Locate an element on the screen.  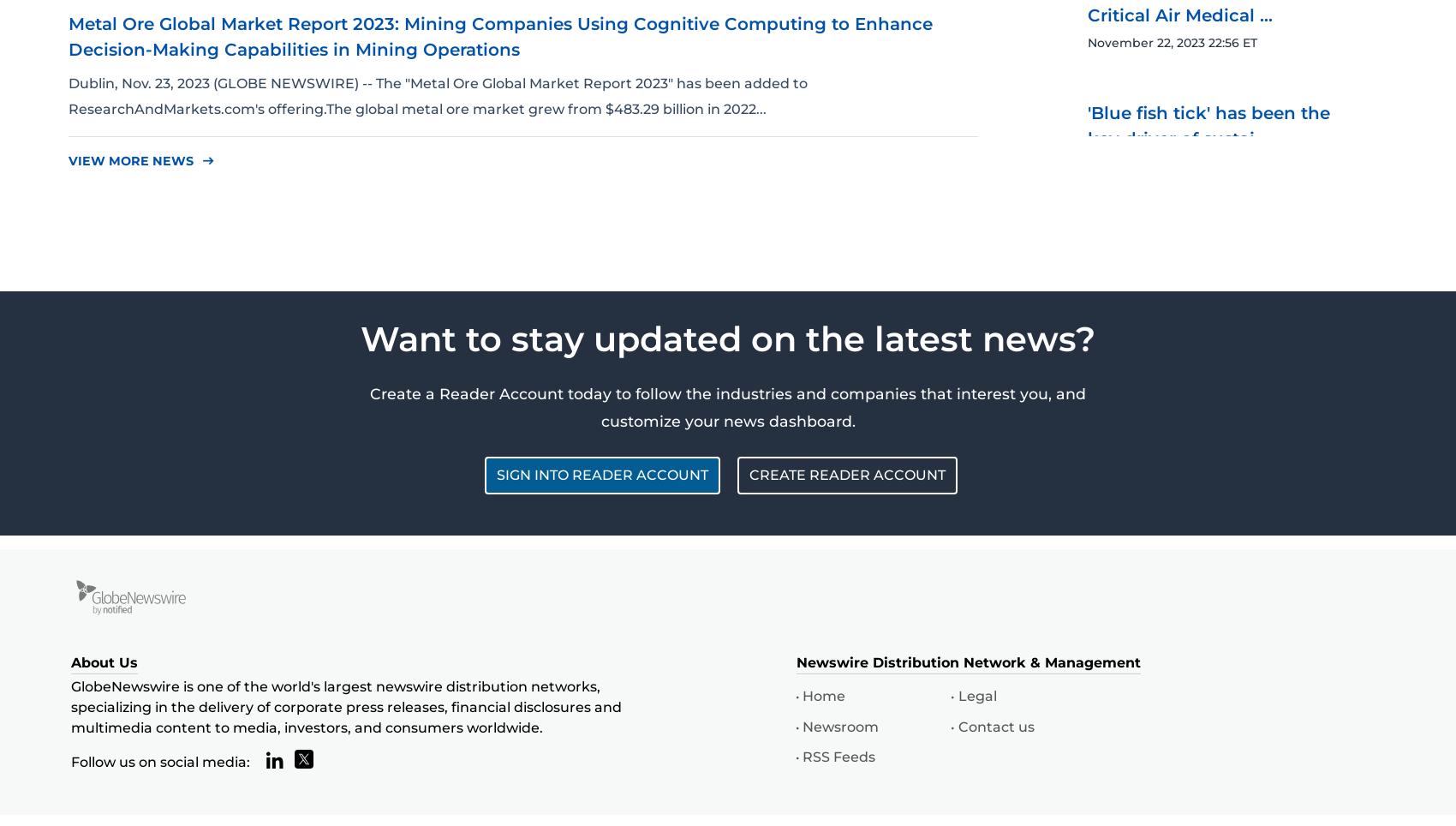
'Contact us' is located at coordinates (995, 726).